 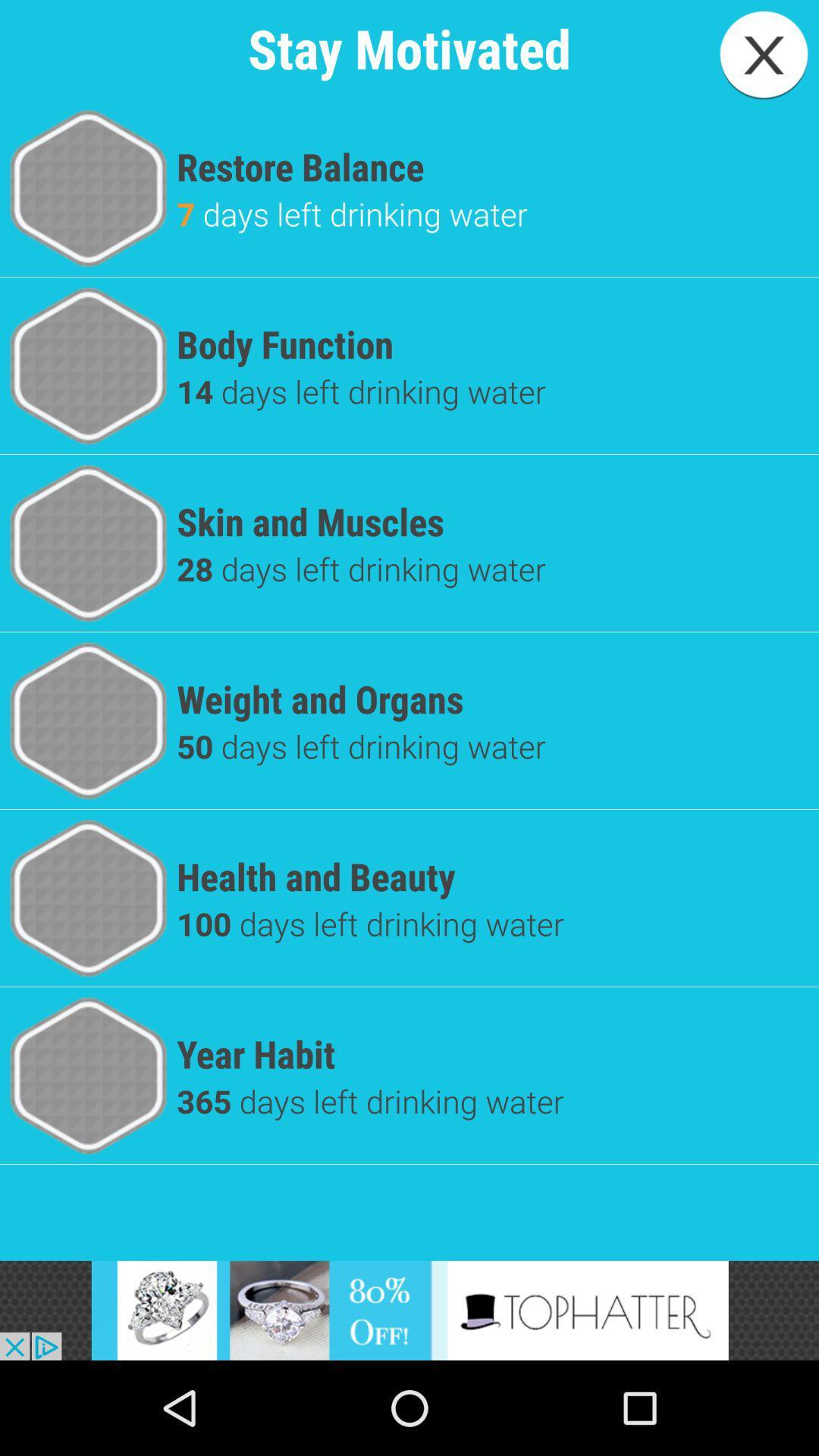 What do you see at coordinates (764, 55) in the screenshot?
I see `page` at bounding box center [764, 55].